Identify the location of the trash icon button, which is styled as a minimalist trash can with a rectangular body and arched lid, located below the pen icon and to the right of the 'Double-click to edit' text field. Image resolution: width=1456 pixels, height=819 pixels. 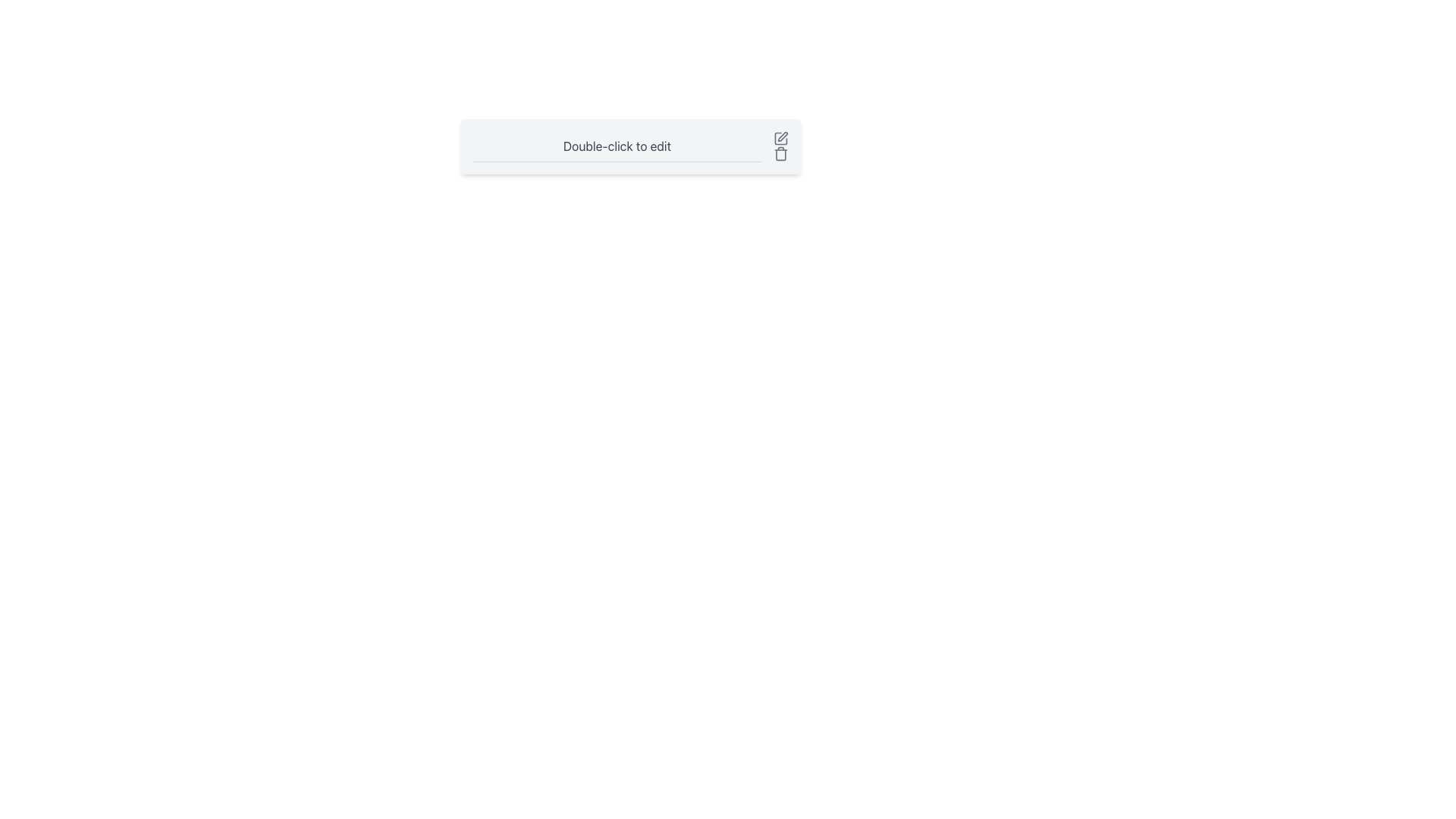
(781, 154).